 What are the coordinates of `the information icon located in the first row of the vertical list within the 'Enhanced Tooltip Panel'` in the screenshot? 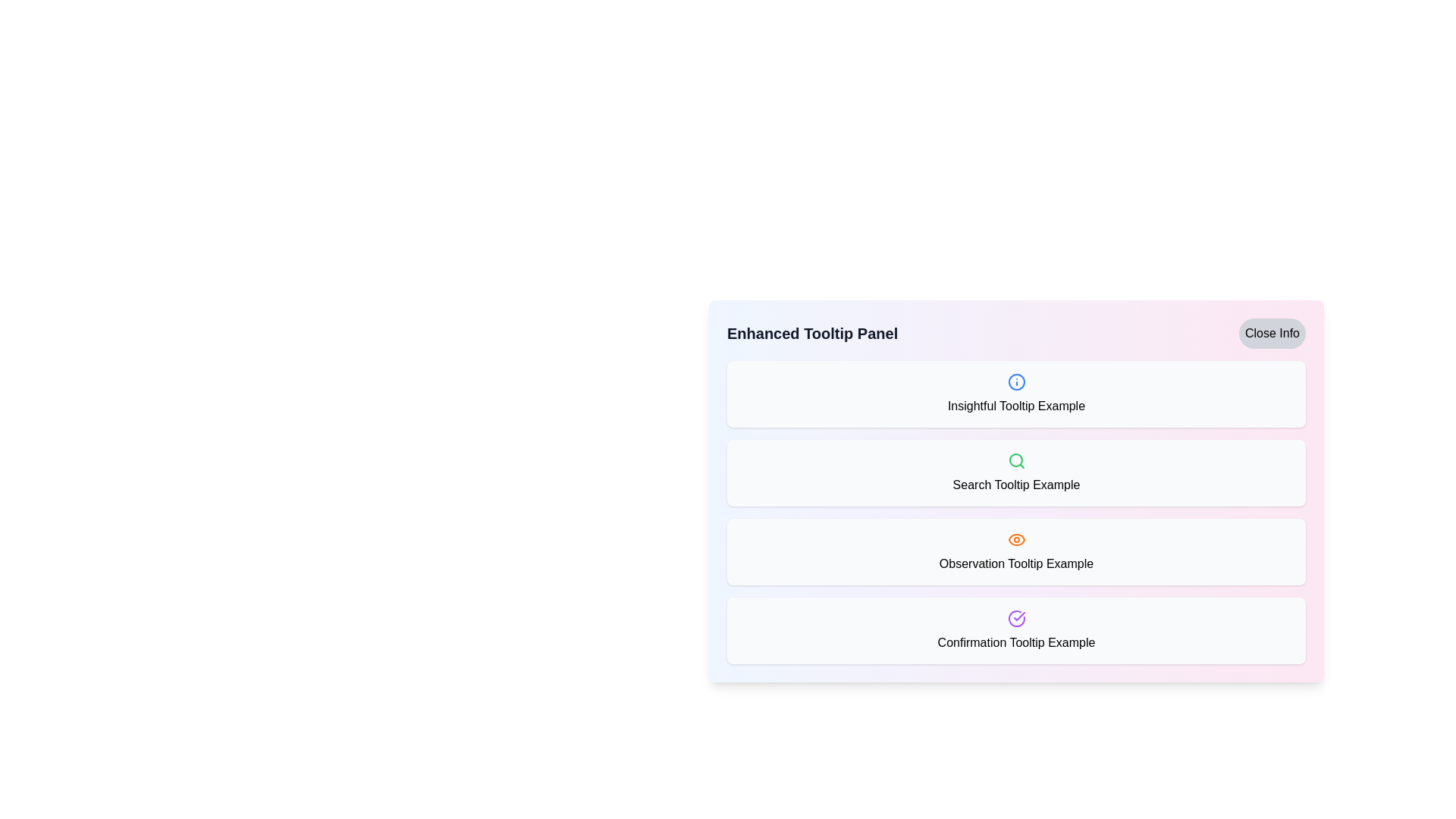 It's located at (1016, 381).